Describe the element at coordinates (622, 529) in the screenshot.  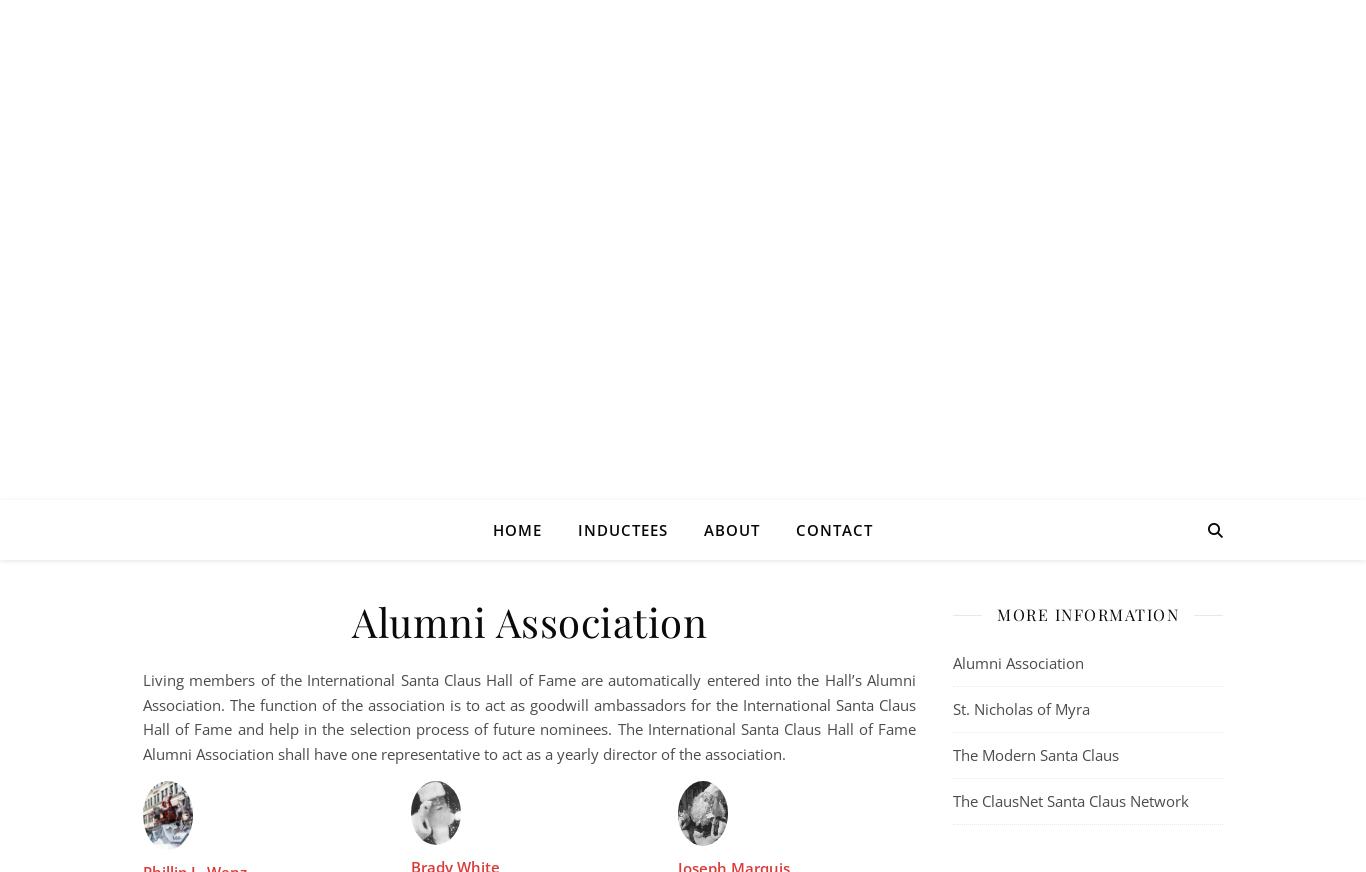
I see `'Inductees'` at that location.